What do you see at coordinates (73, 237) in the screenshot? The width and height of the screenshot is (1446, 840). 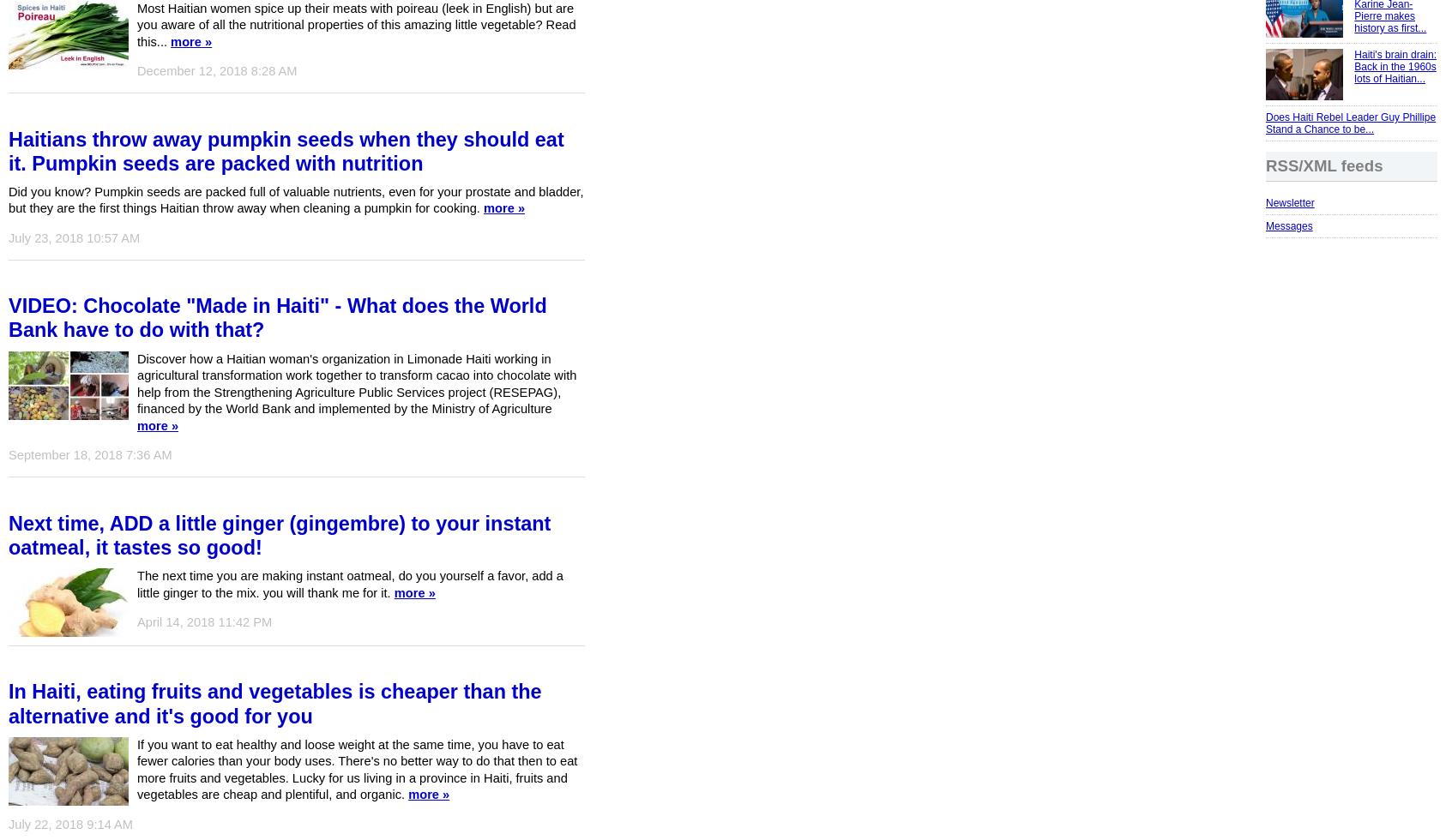 I see `'July 23, 2018 10:57 AM'` at bounding box center [73, 237].